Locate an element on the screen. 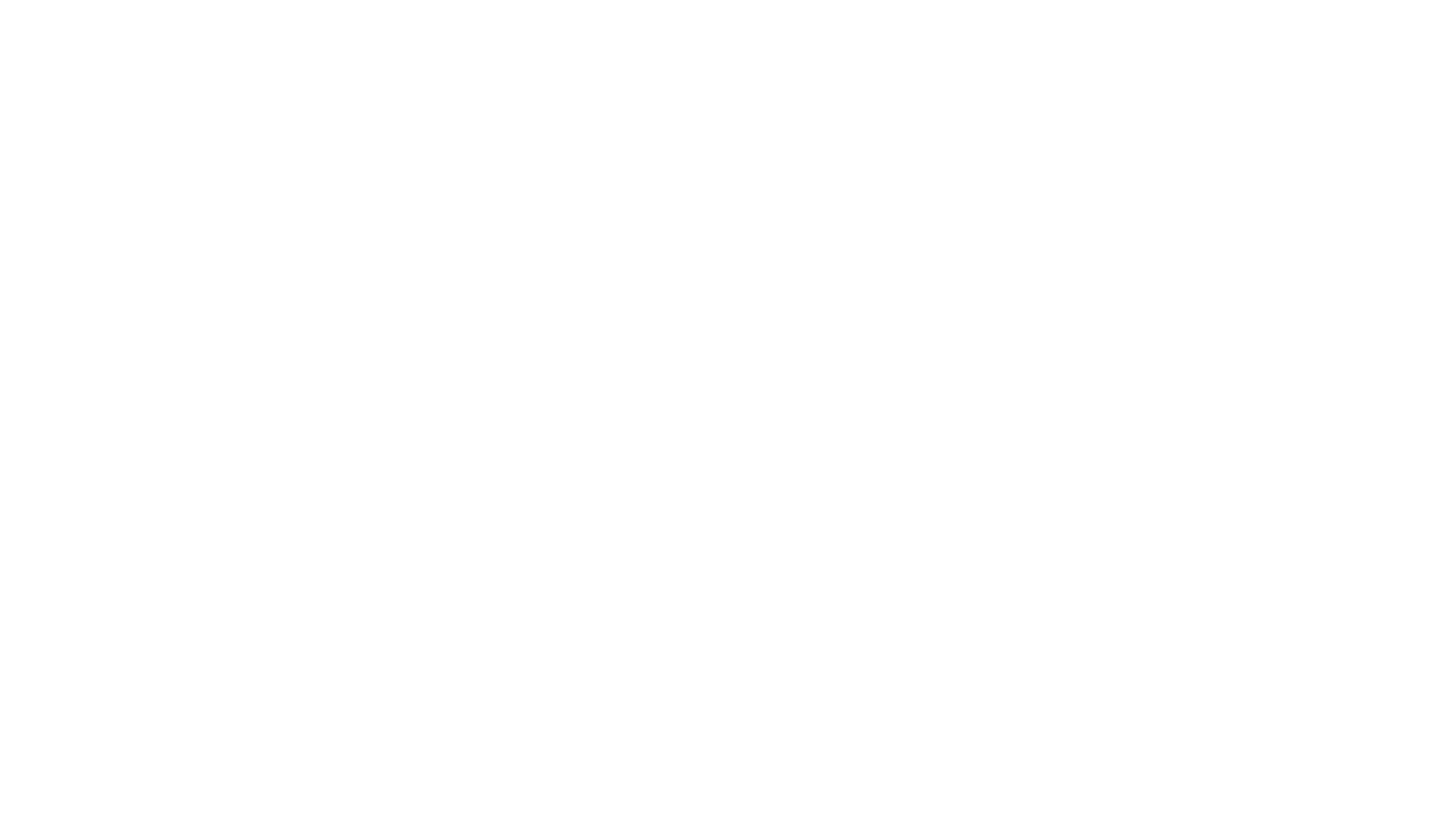 The width and height of the screenshot is (1456, 830). 'sofia' is located at coordinates (648, 153).